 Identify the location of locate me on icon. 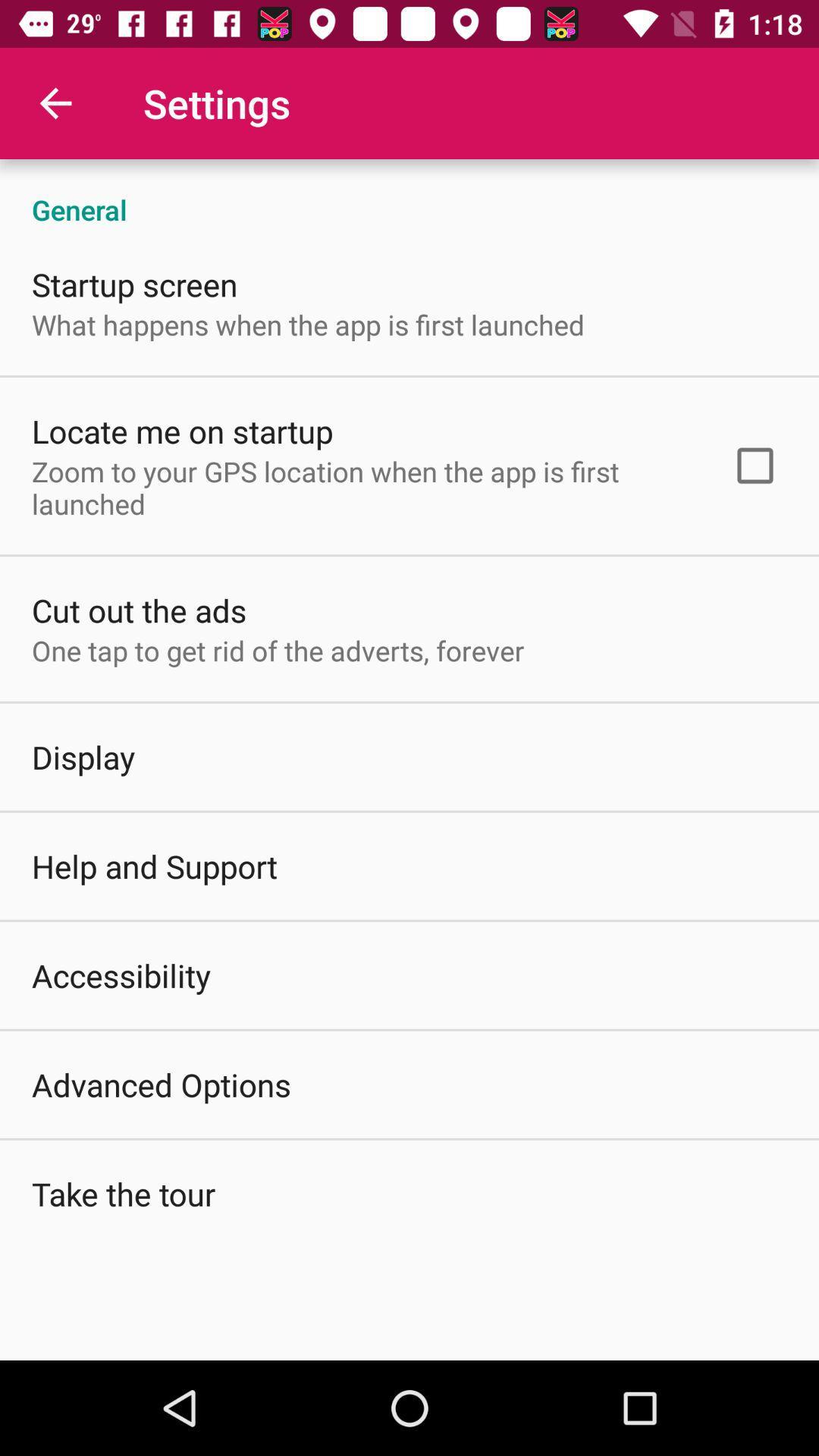
(181, 430).